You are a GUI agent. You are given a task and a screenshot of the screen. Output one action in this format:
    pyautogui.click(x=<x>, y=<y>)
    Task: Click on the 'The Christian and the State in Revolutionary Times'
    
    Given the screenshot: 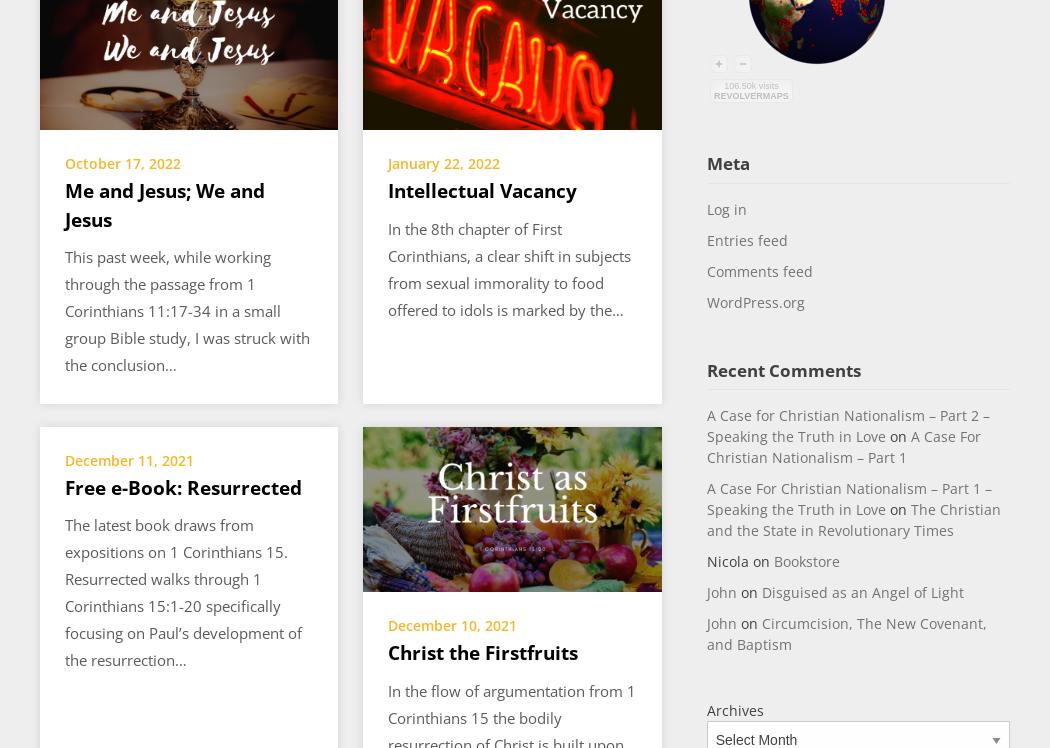 What is the action you would take?
    pyautogui.click(x=706, y=519)
    